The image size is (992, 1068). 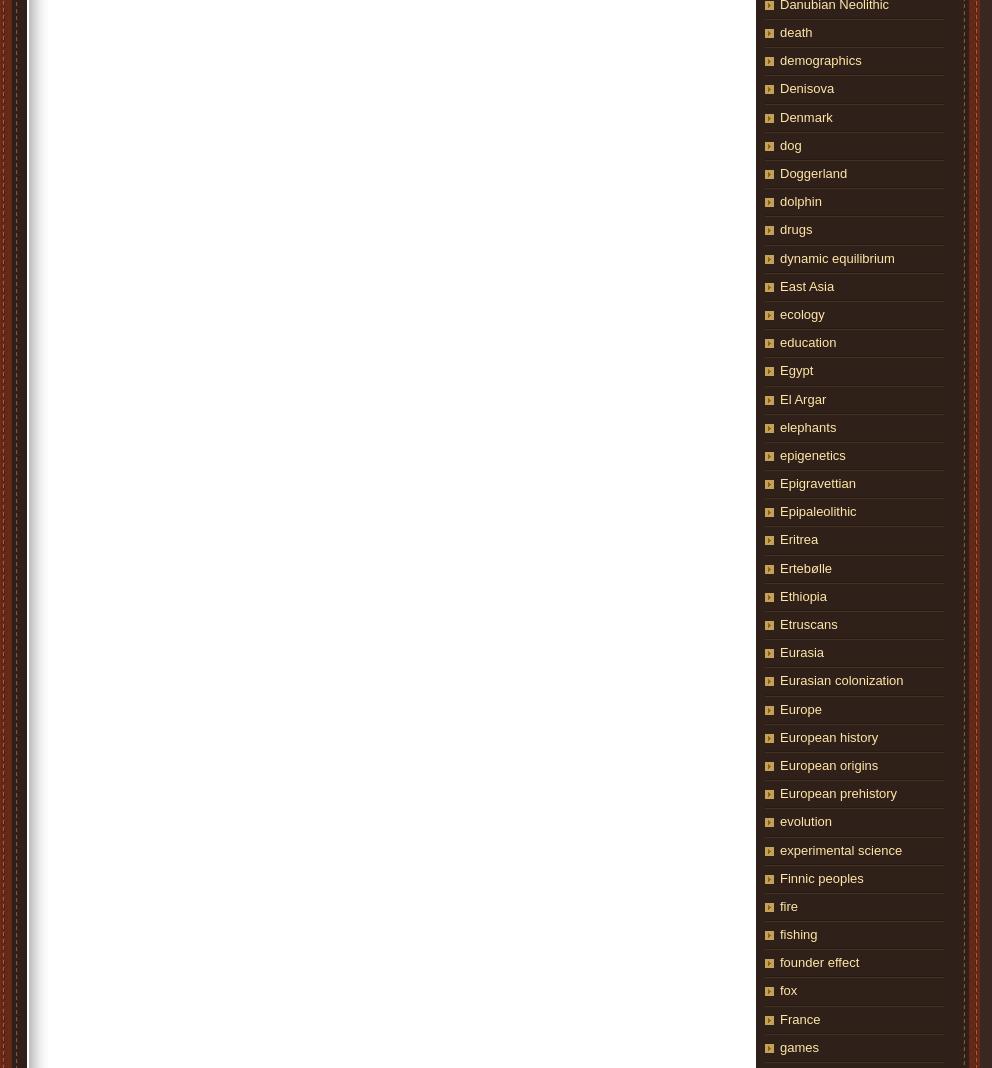 What do you see at coordinates (820, 59) in the screenshot?
I see `'demographics'` at bounding box center [820, 59].